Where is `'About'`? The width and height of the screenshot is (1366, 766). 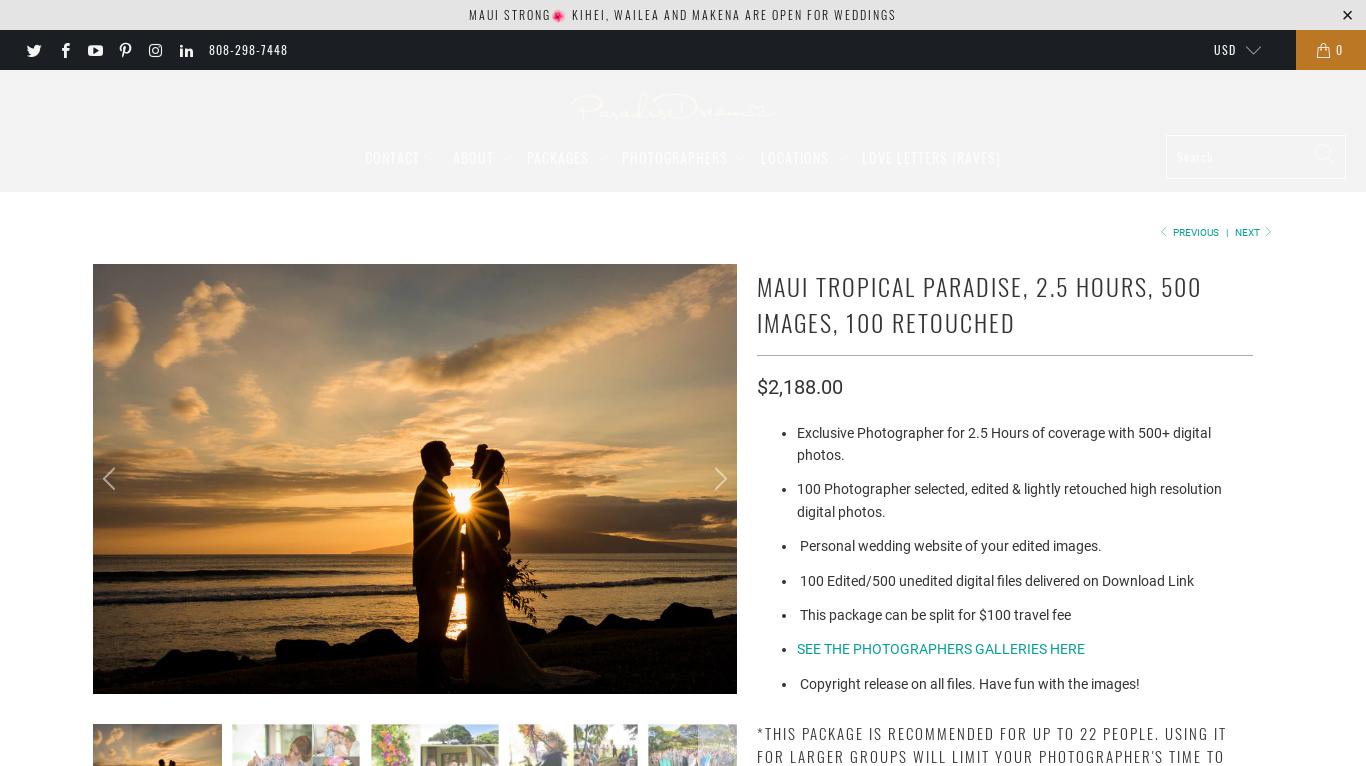
'About' is located at coordinates (474, 155).